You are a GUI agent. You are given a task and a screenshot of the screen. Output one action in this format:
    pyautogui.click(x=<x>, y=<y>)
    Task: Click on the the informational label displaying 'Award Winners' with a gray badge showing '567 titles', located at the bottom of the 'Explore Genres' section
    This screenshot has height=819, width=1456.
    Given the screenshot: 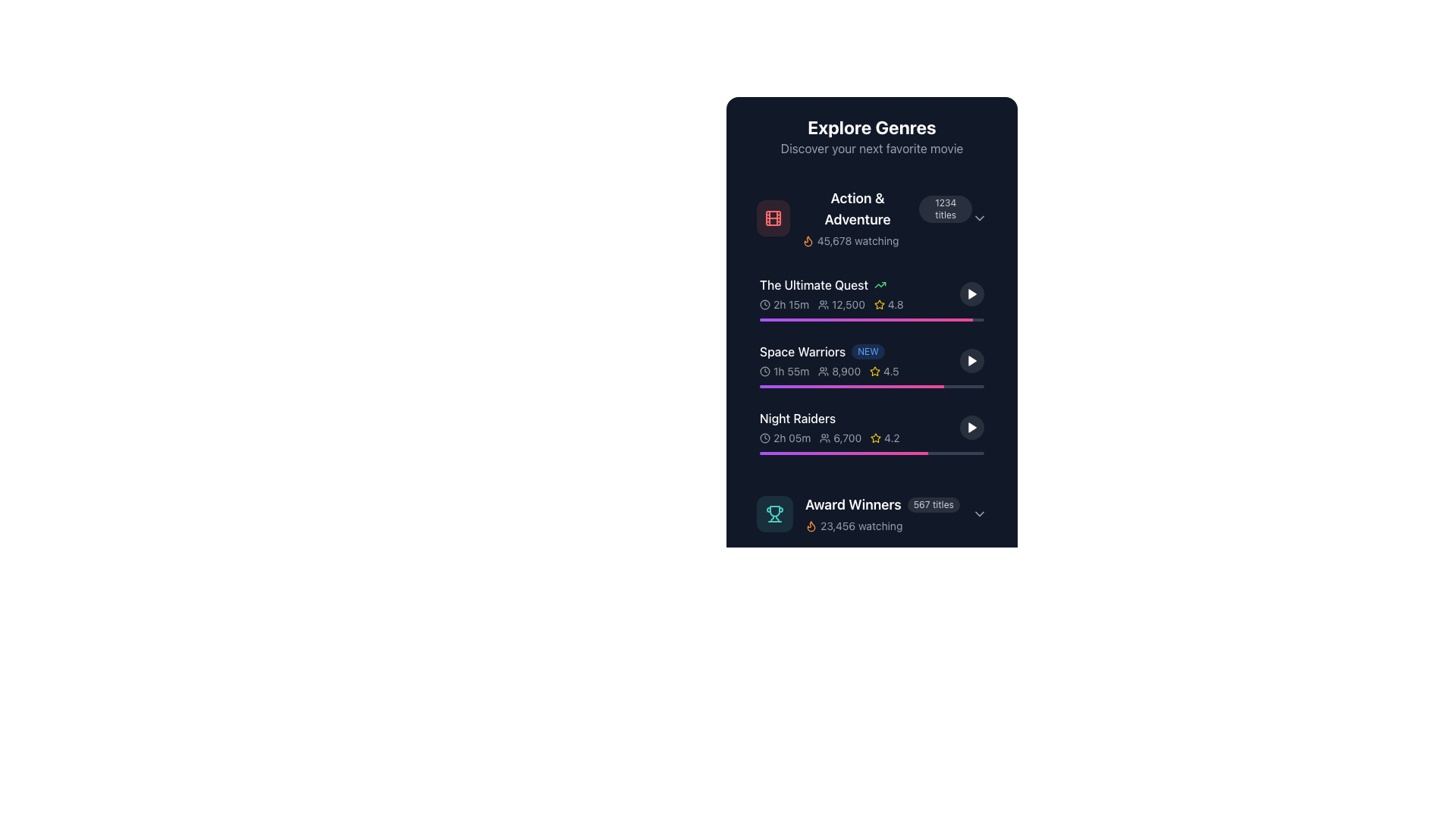 What is the action you would take?
    pyautogui.click(x=882, y=505)
    